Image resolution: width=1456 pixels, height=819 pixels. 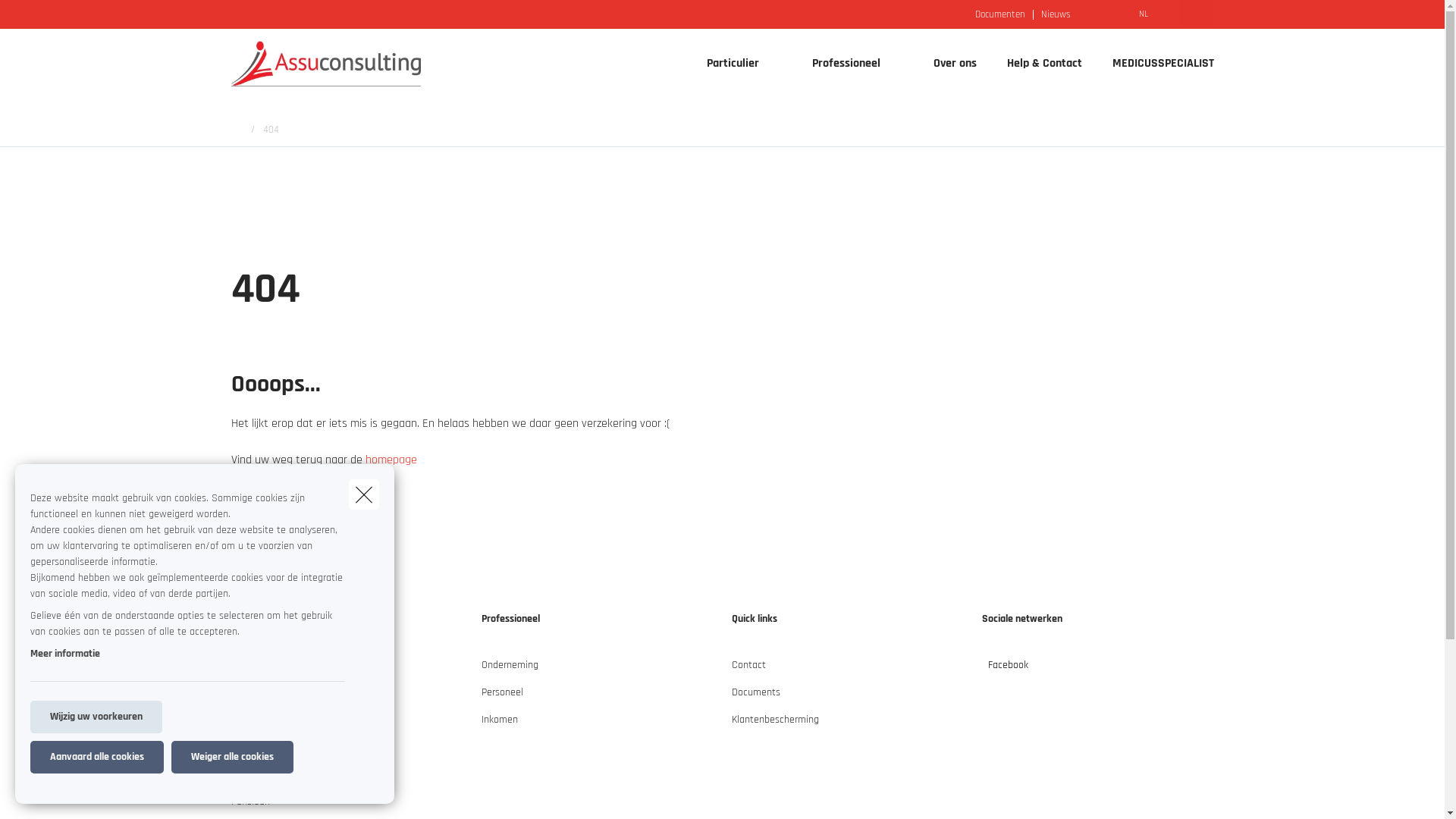 I want to click on 'Aanvaard alle cookies', so click(x=96, y=757).